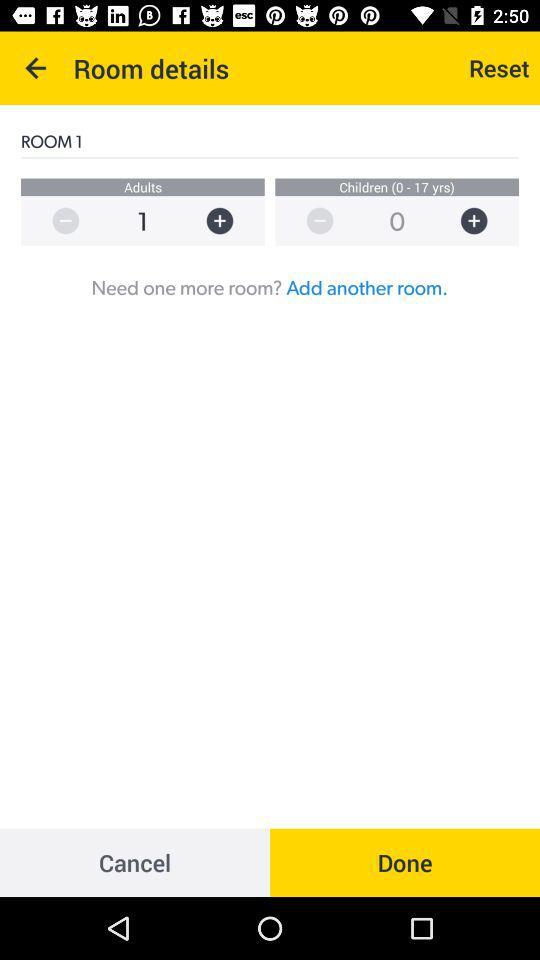 The image size is (540, 960). Describe the element at coordinates (36, 68) in the screenshot. I see `item to the left of the room details icon` at that location.